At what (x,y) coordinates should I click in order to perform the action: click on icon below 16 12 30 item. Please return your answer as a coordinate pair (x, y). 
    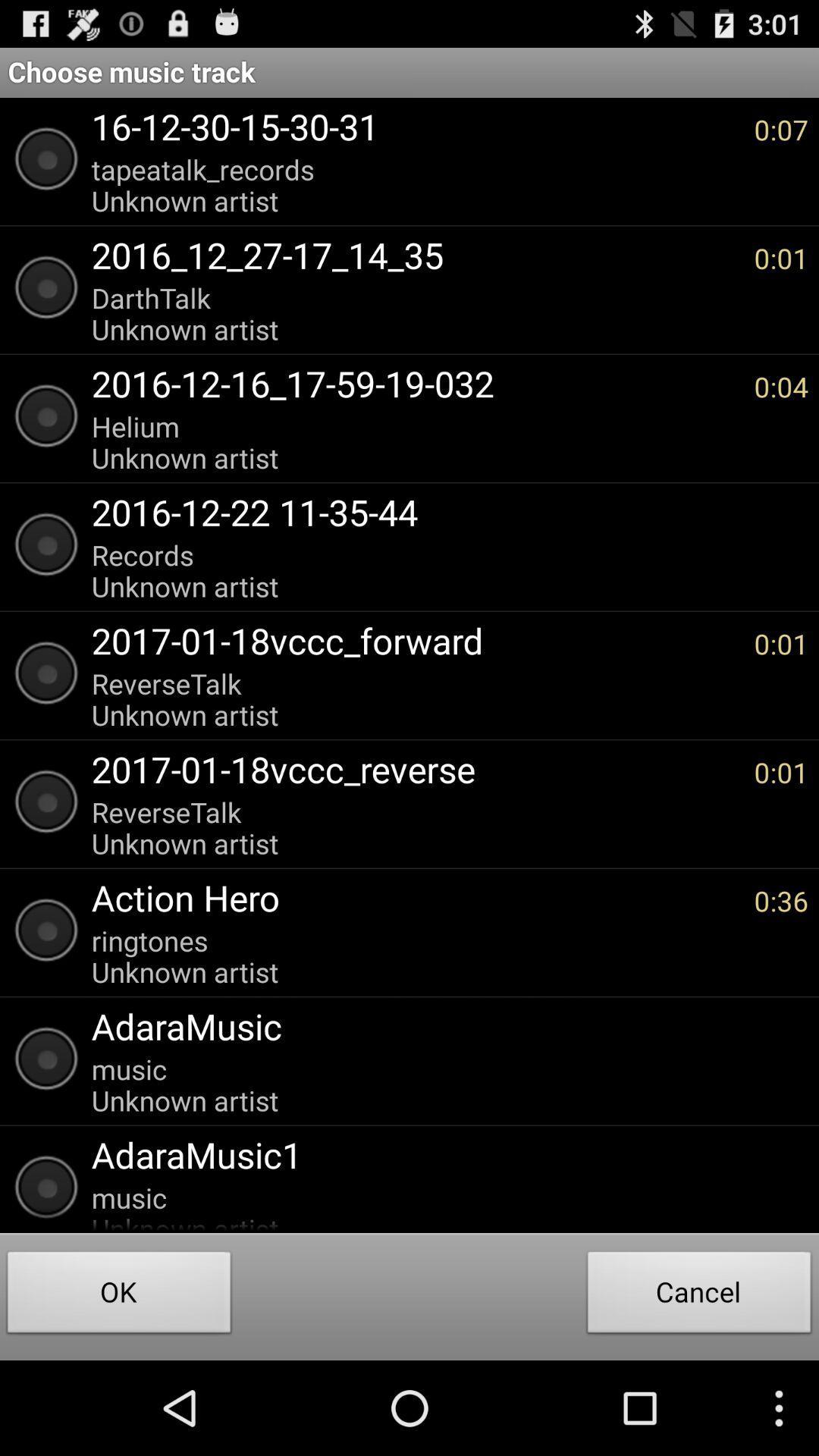
    Looking at the image, I should click on (415, 184).